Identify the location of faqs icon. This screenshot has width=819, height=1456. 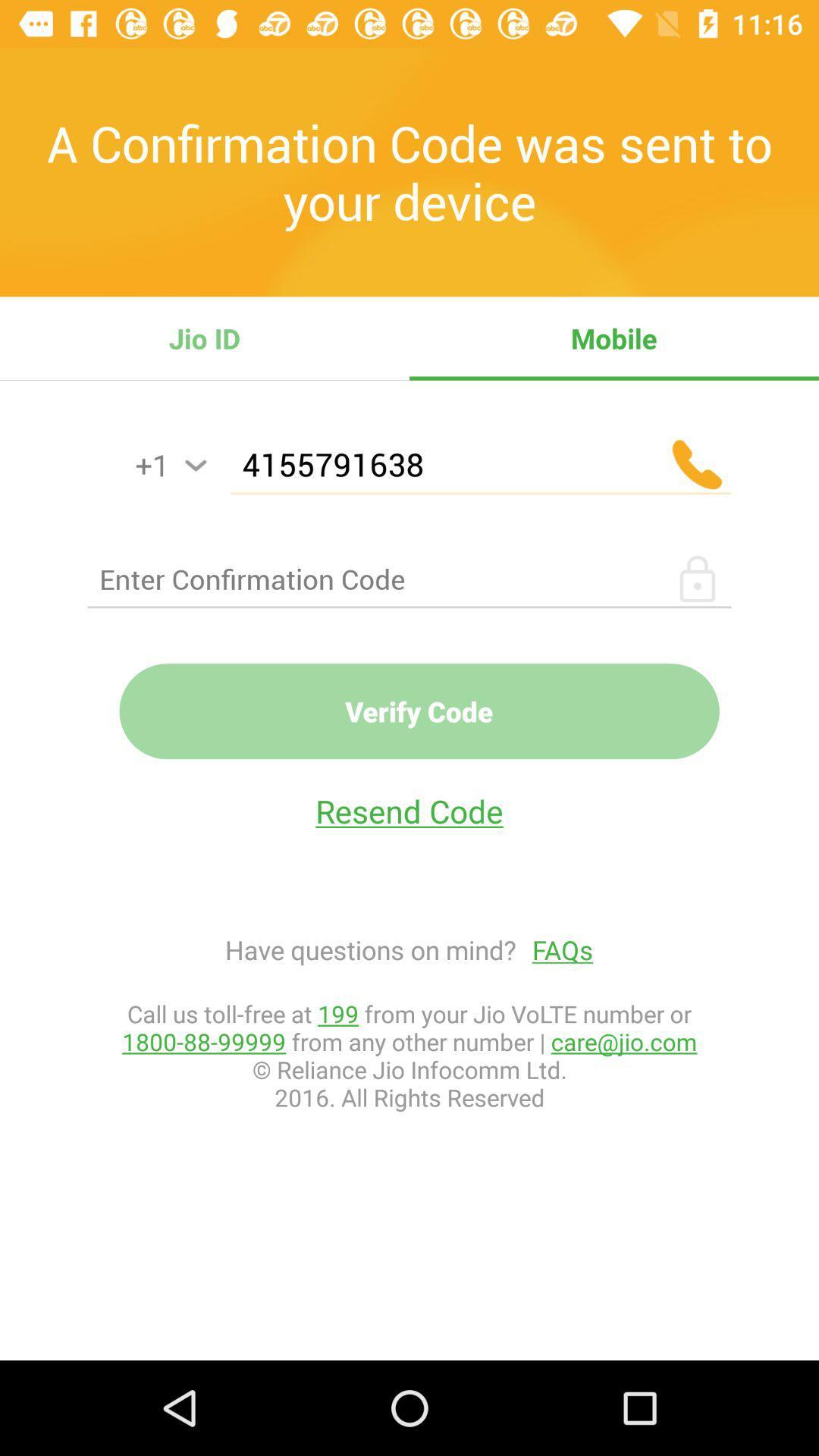
(554, 949).